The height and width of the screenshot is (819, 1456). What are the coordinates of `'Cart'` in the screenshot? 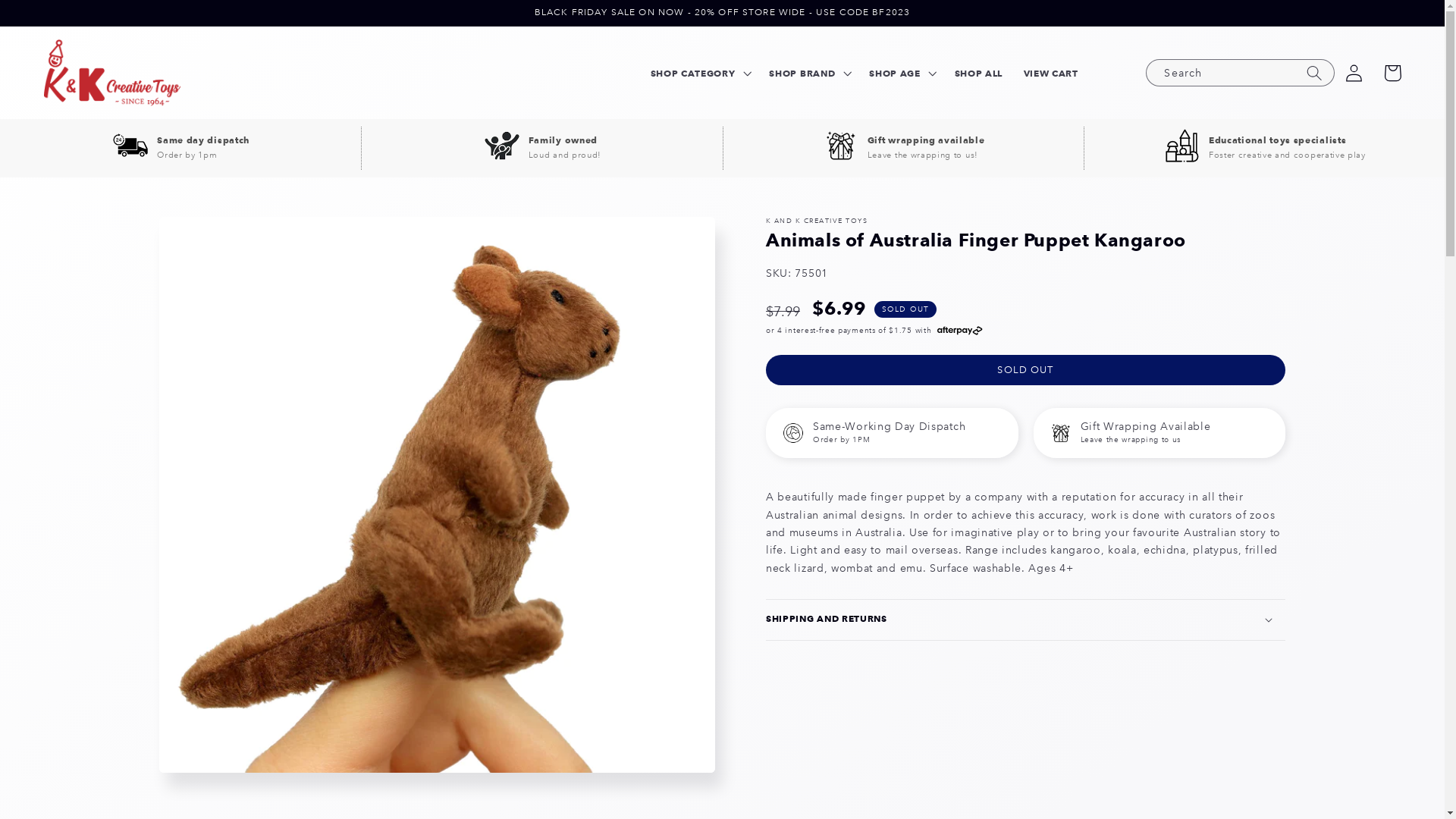 It's located at (1392, 73).